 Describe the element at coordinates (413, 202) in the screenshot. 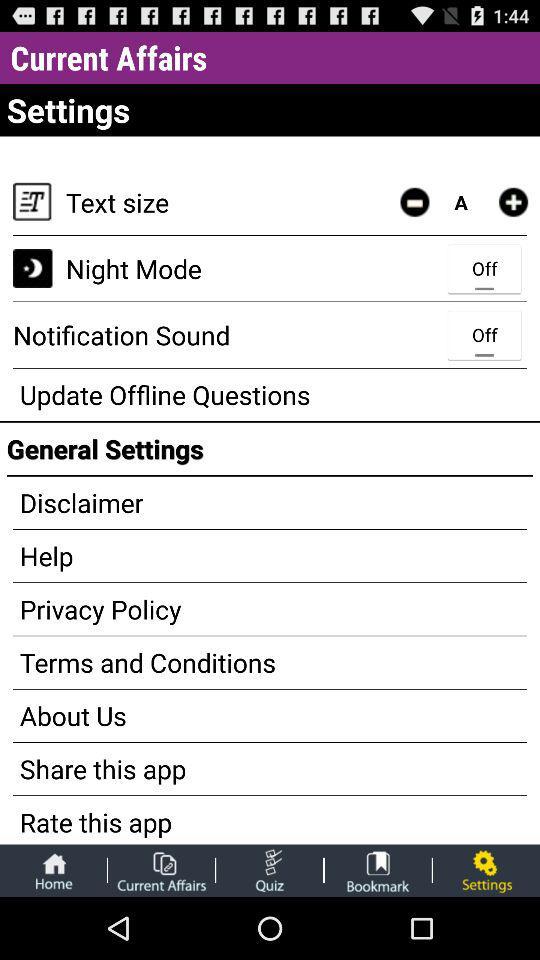

I see `icon next to the a item` at that location.